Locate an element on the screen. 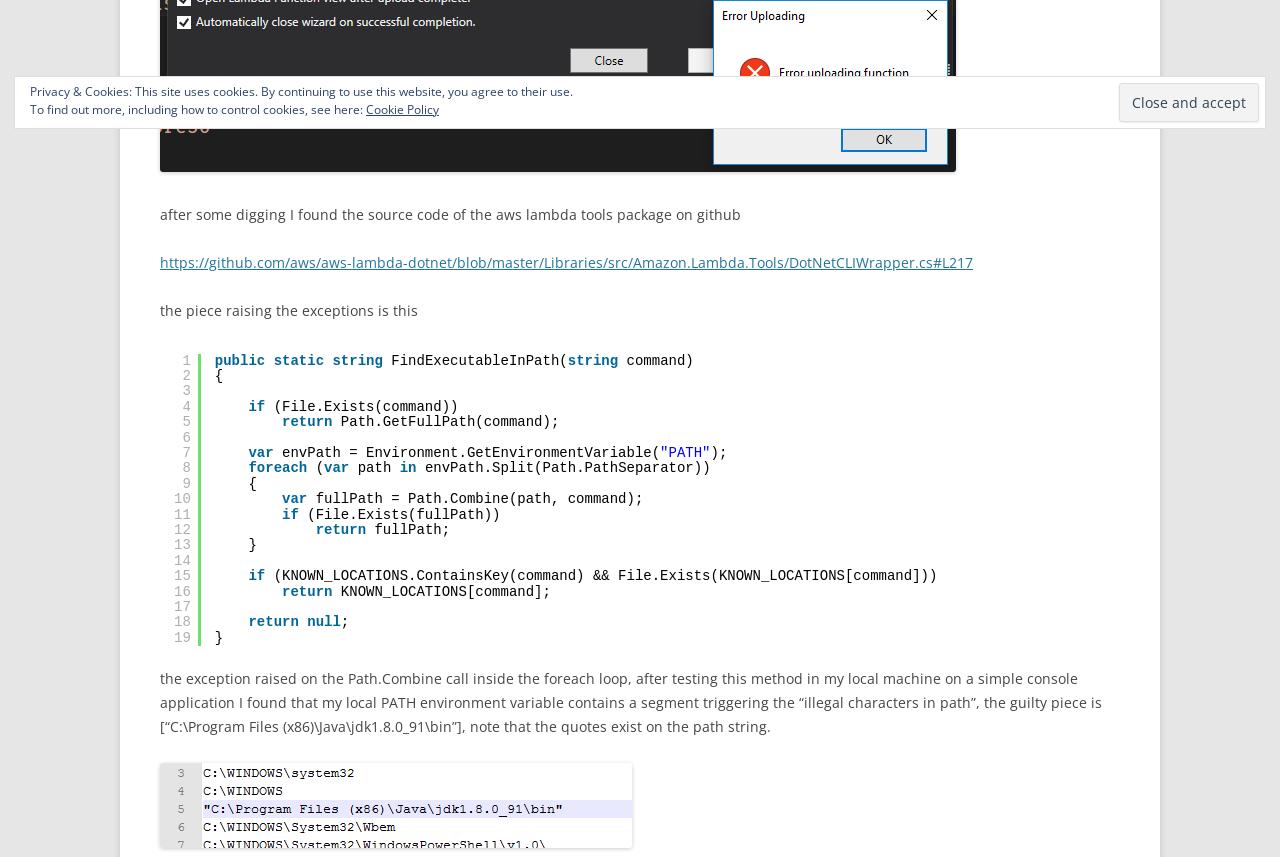 The width and height of the screenshot is (1280, 857). '13' is located at coordinates (173, 543).